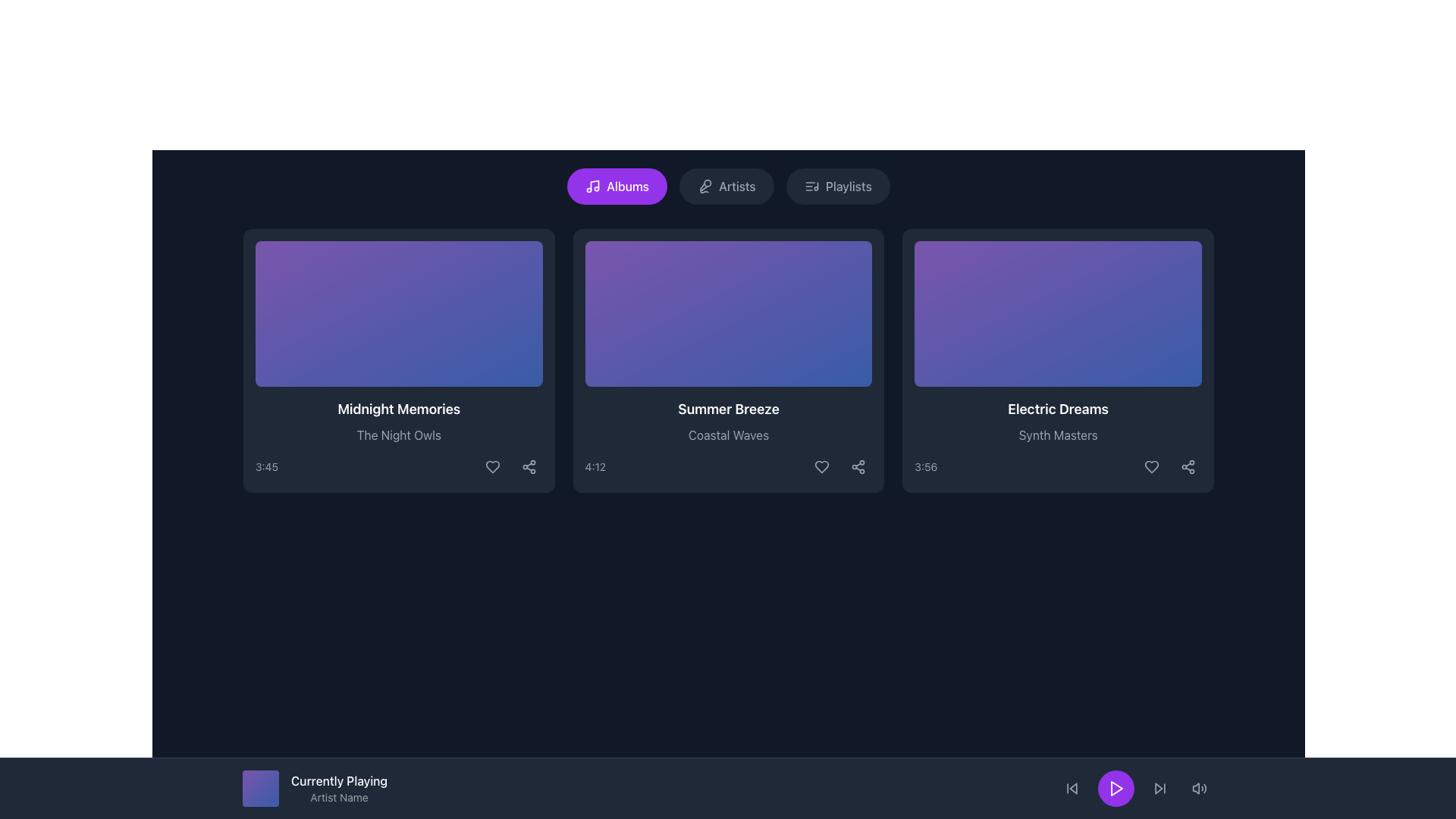 Image resolution: width=1456 pixels, height=819 pixels. What do you see at coordinates (399, 409) in the screenshot?
I see `the text label displaying 'Midnight Memories' in white, which is centrally located within the first album card, positioned below the album's image area` at bounding box center [399, 409].